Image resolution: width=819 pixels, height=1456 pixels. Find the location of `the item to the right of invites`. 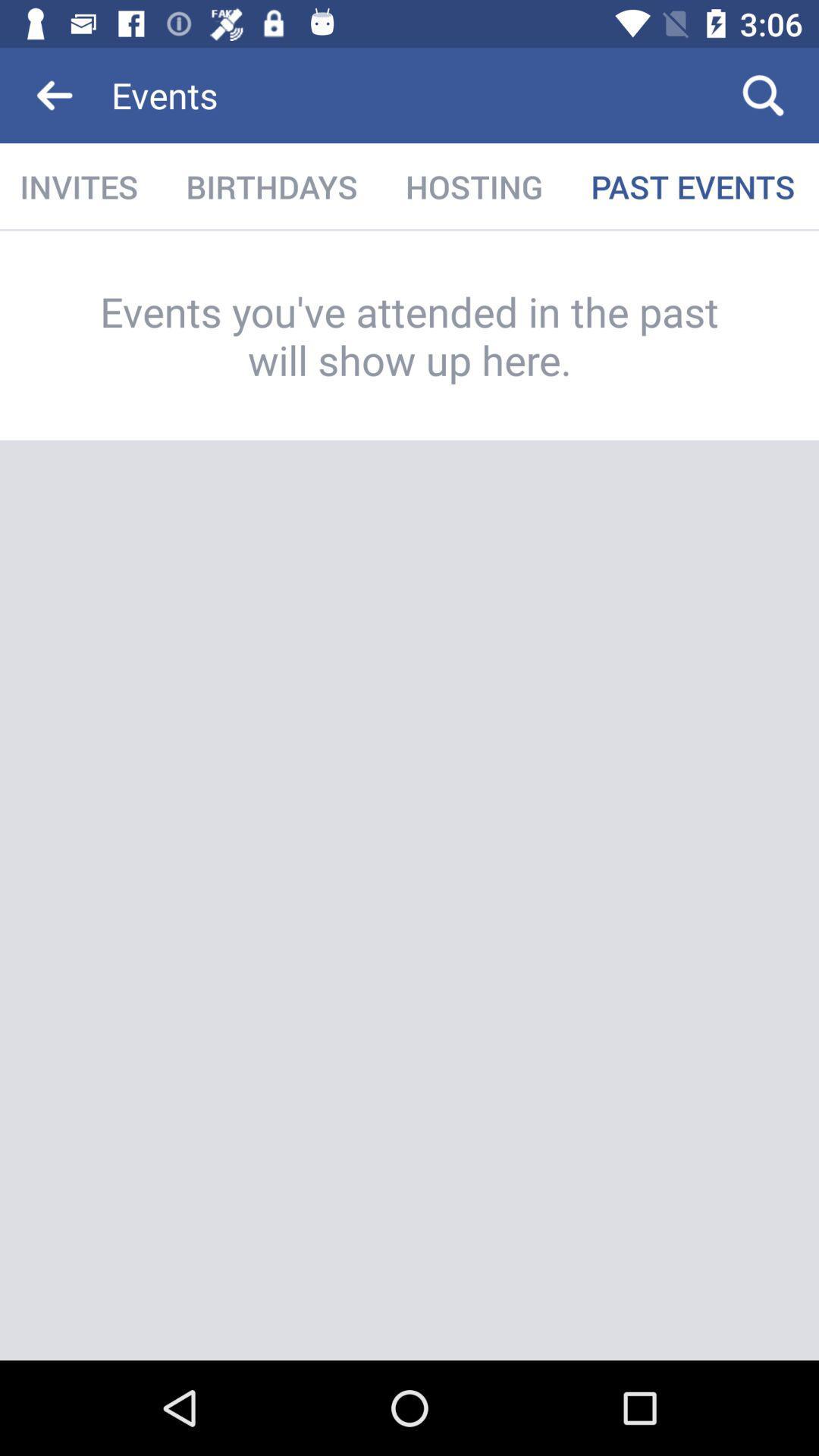

the item to the right of invites is located at coordinates (271, 186).